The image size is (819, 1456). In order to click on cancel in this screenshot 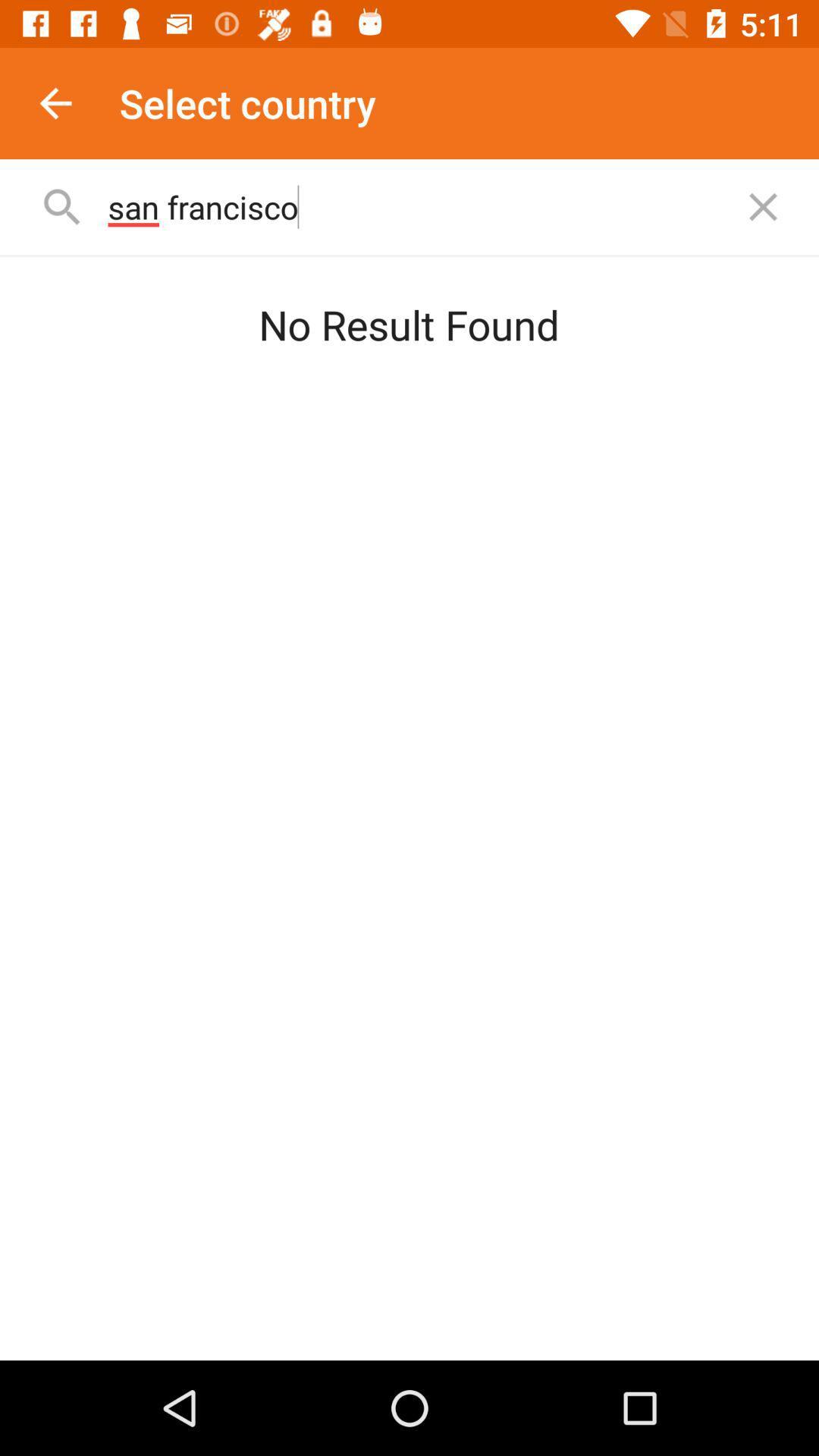, I will do `click(763, 206)`.